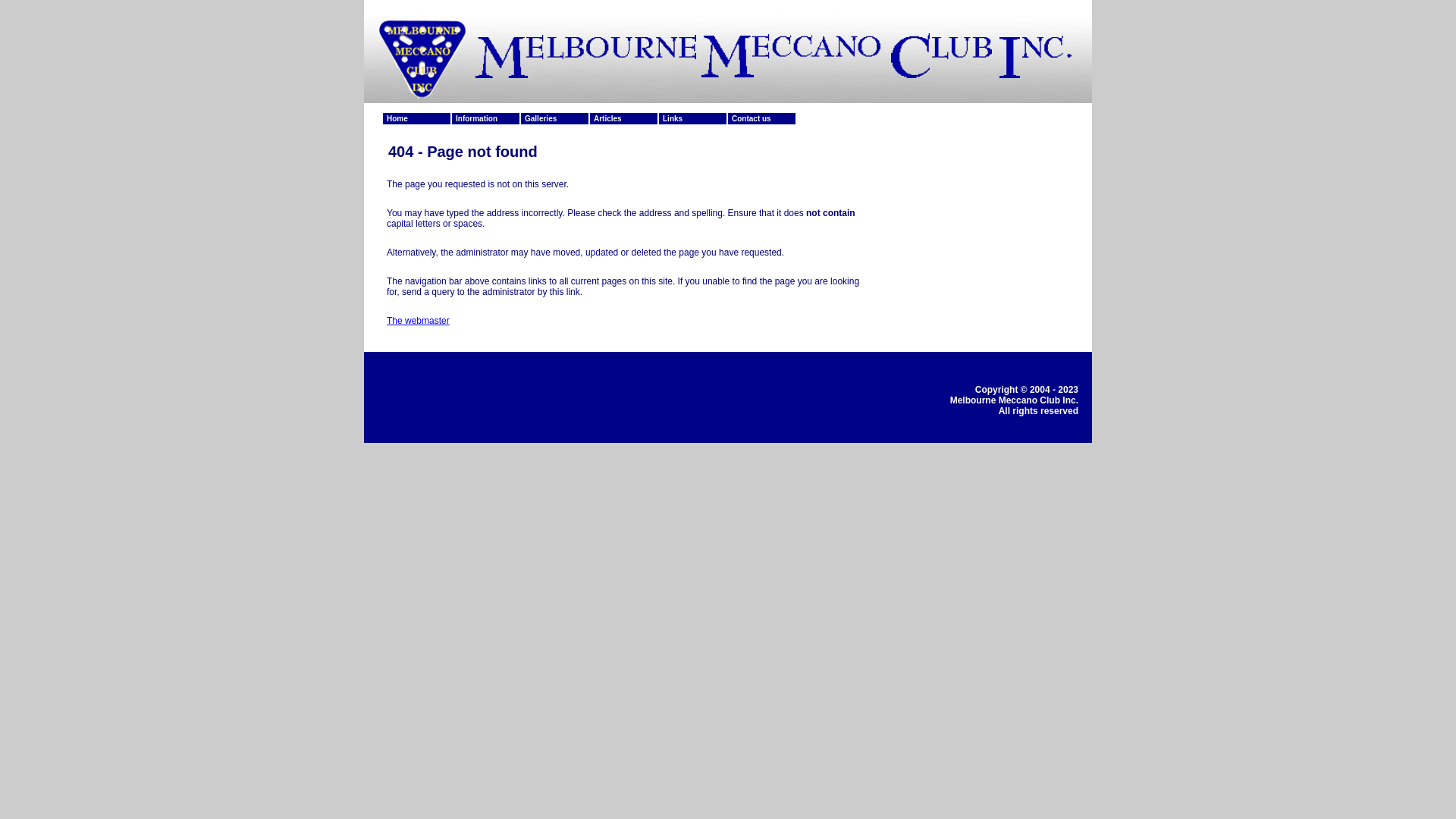 This screenshot has width=1456, height=819. What do you see at coordinates (486, 118) in the screenshot?
I see `'Information'` at bounding box center [486, 118].